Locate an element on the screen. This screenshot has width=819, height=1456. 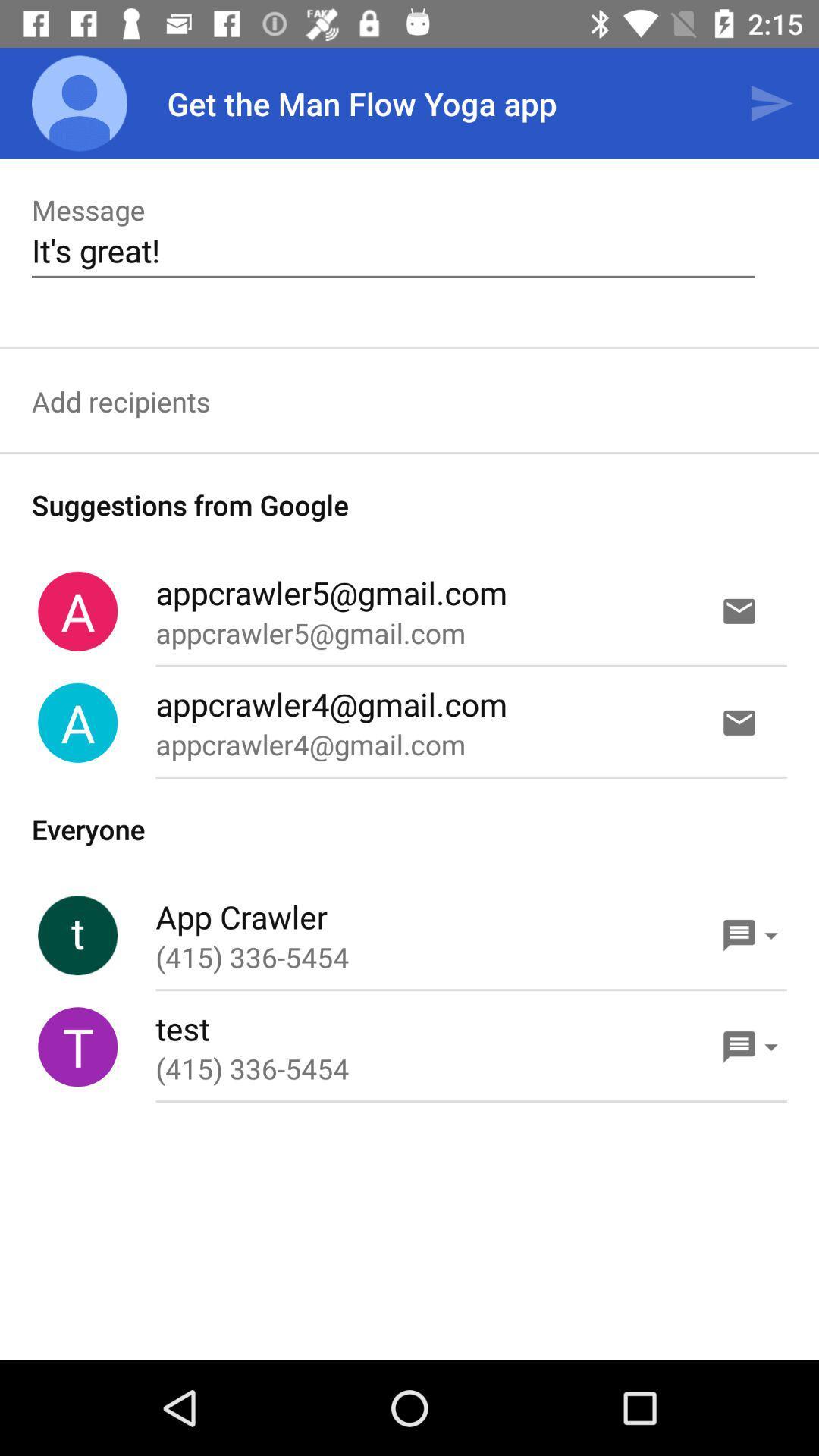
item below the message icon is located at coordinates (393, 250).